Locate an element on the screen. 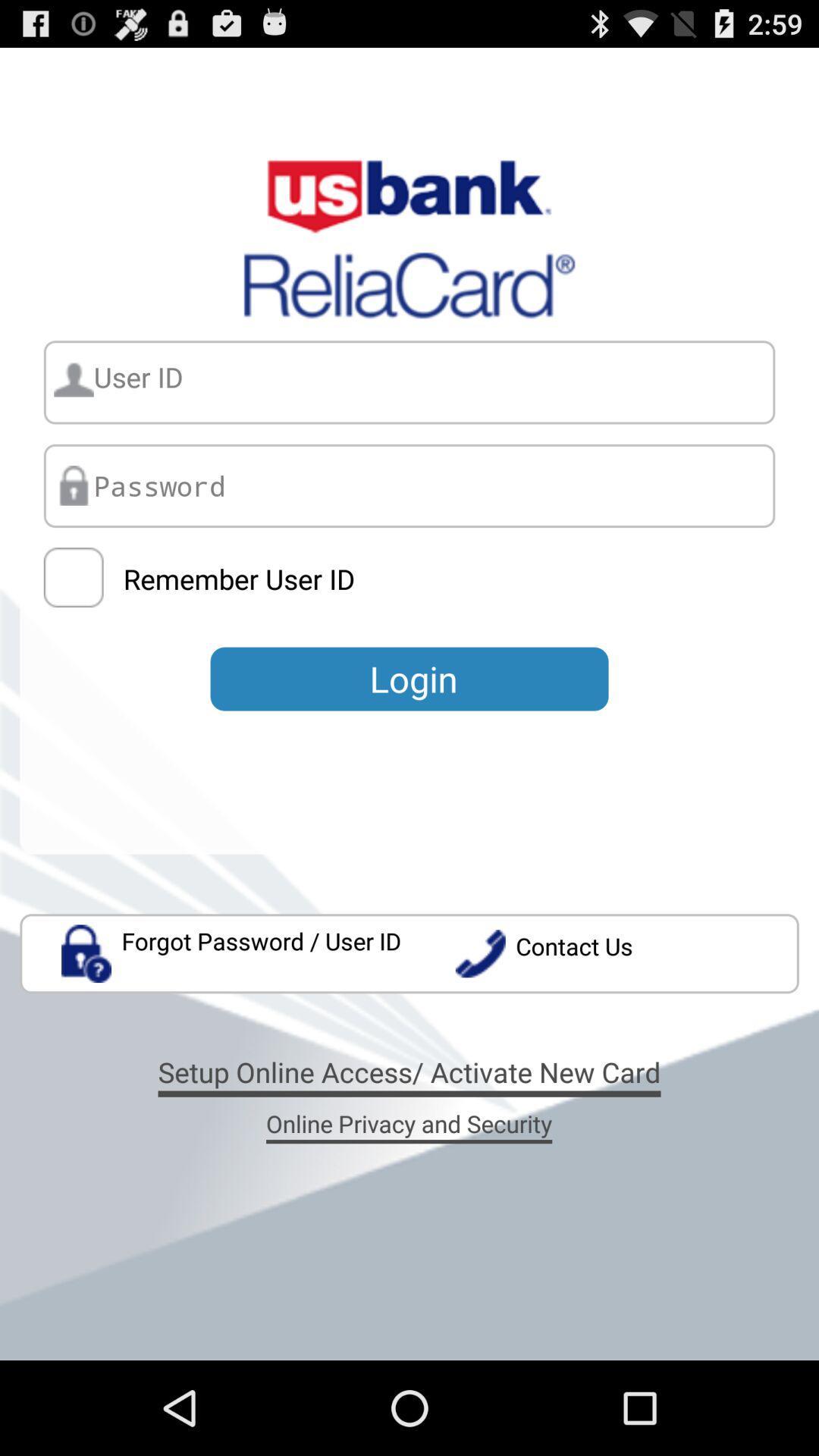  the item next to the remember user id app is located at coordinates (74, 576).